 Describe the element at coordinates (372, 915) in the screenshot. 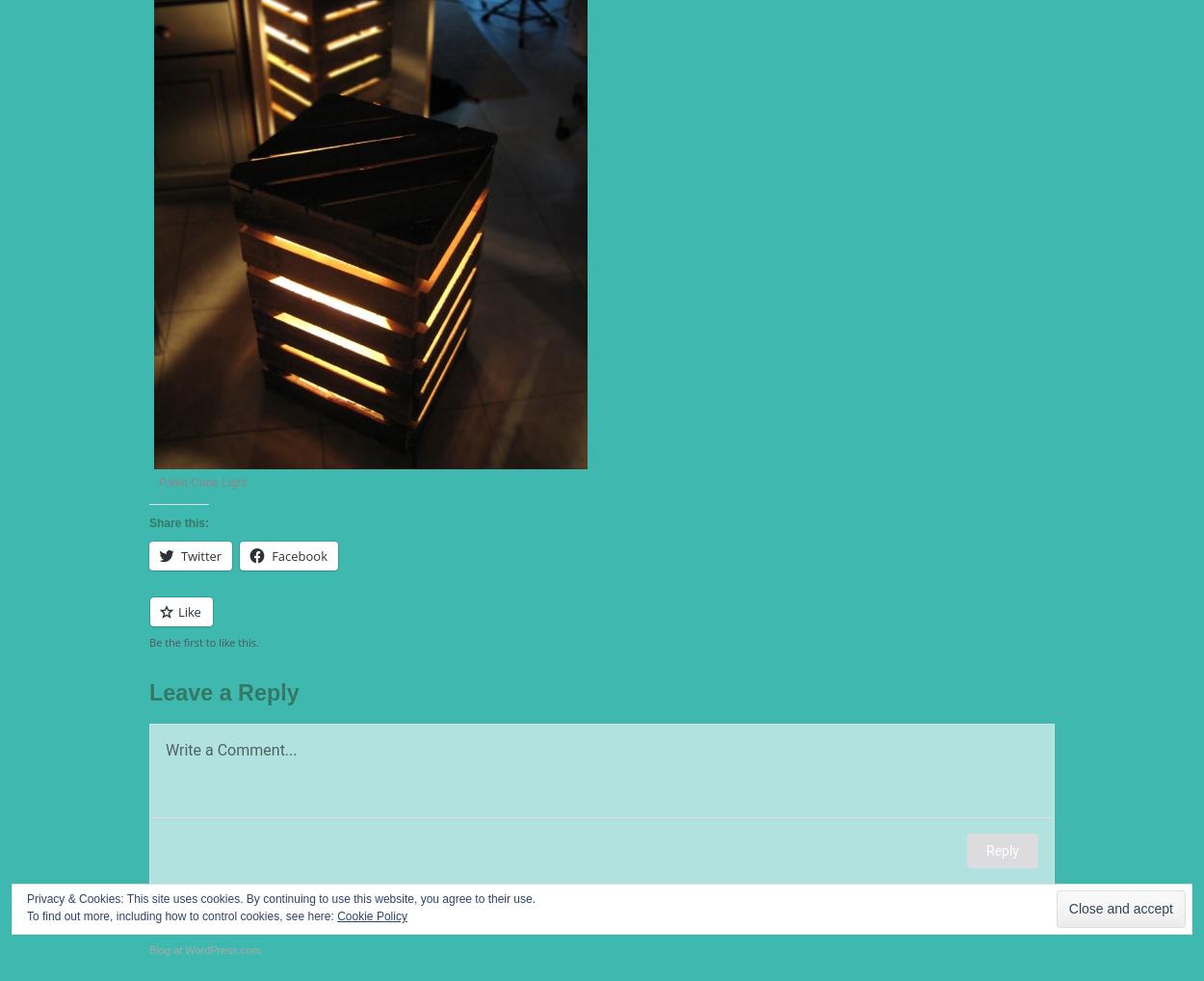

I see `'Cookie Policy'` at that location.